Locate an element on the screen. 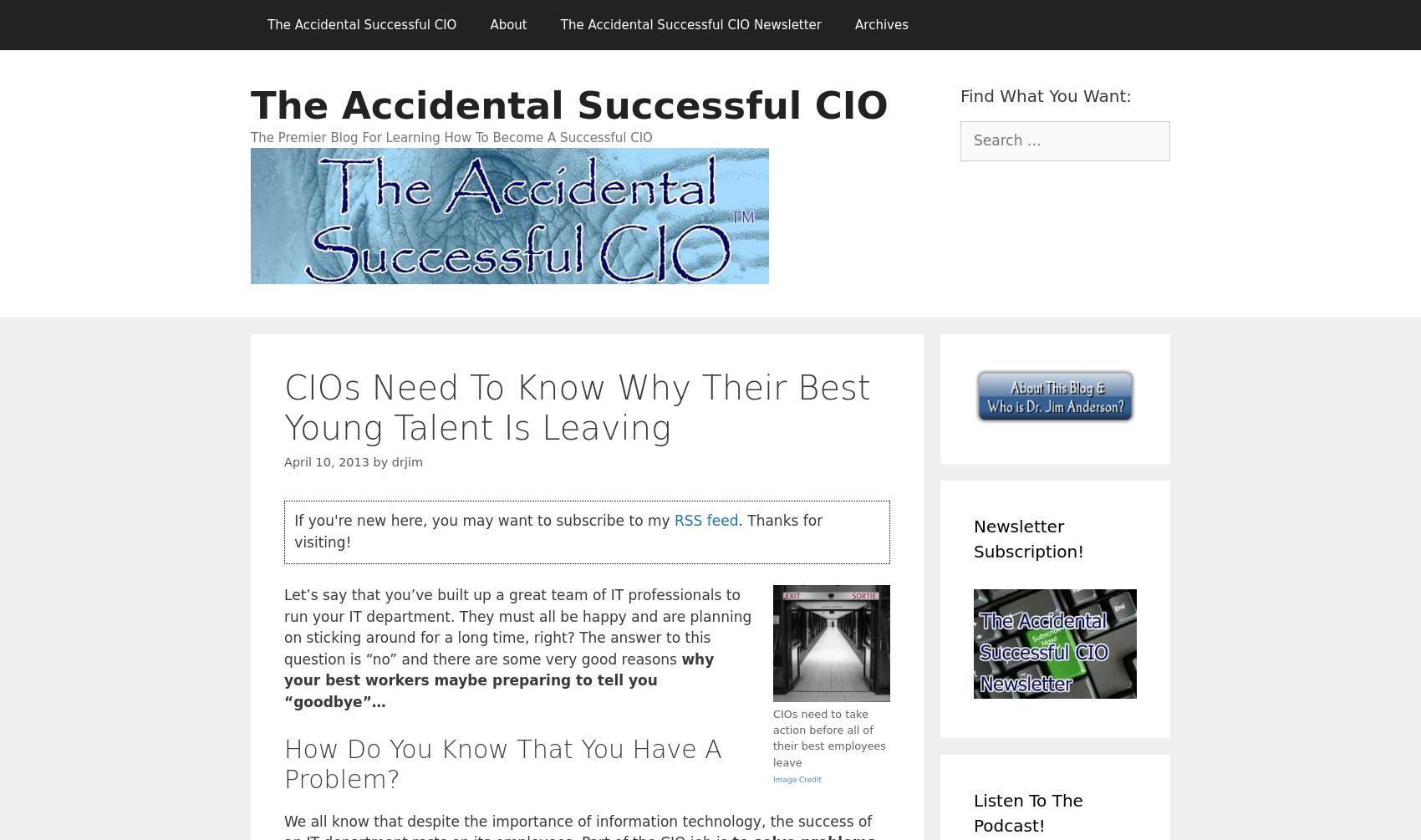 Image resolution: width=1421 pixels, height=840 pixels. 'why your best workers maybe preparing to tell you “goodbye”…' is located at coordinates (498, 680).